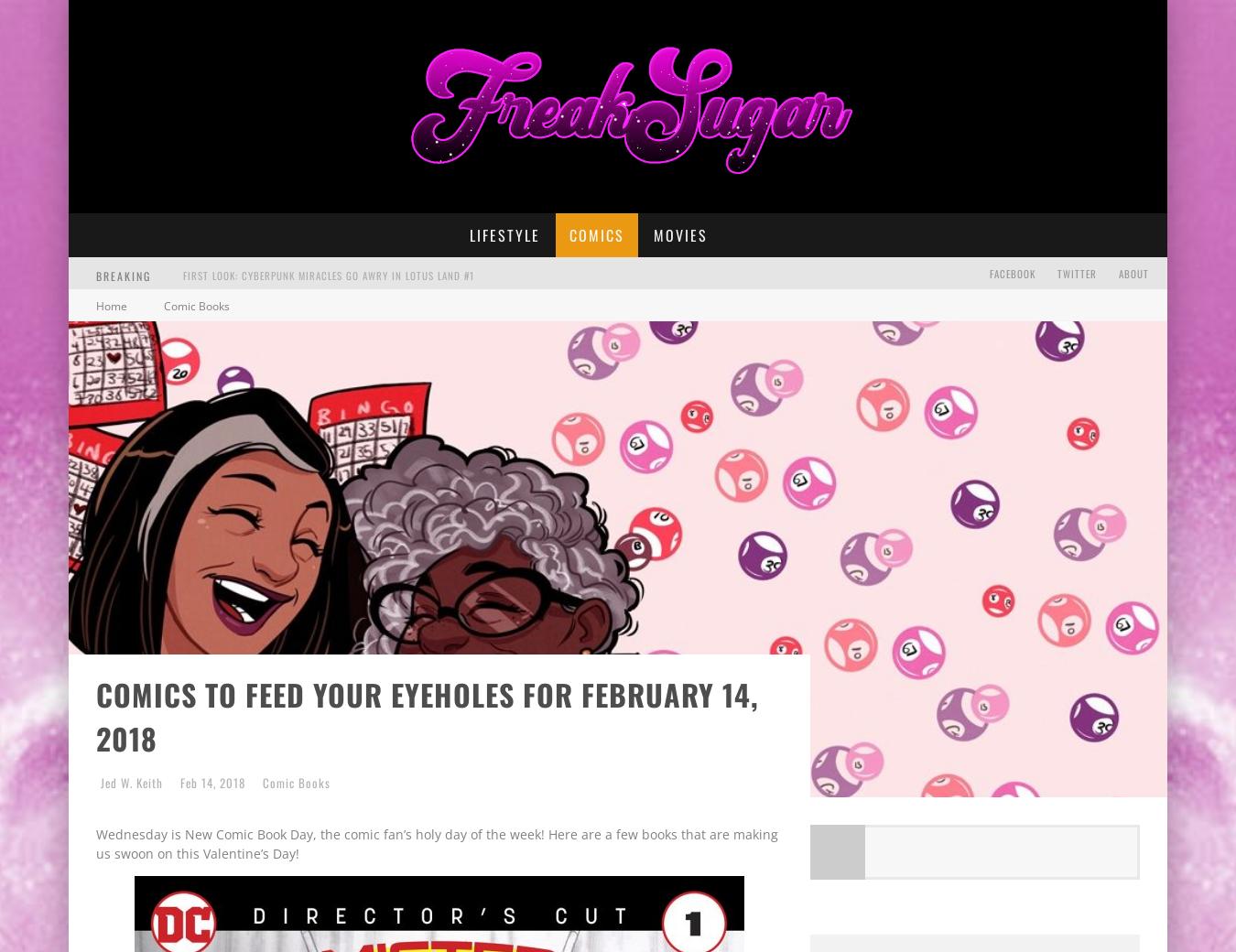 The image size is (1236, 952). What do you see at coordinates (95, 274) in the screenshot?
I see `'Breaking'` at bounding box center [95, 274].